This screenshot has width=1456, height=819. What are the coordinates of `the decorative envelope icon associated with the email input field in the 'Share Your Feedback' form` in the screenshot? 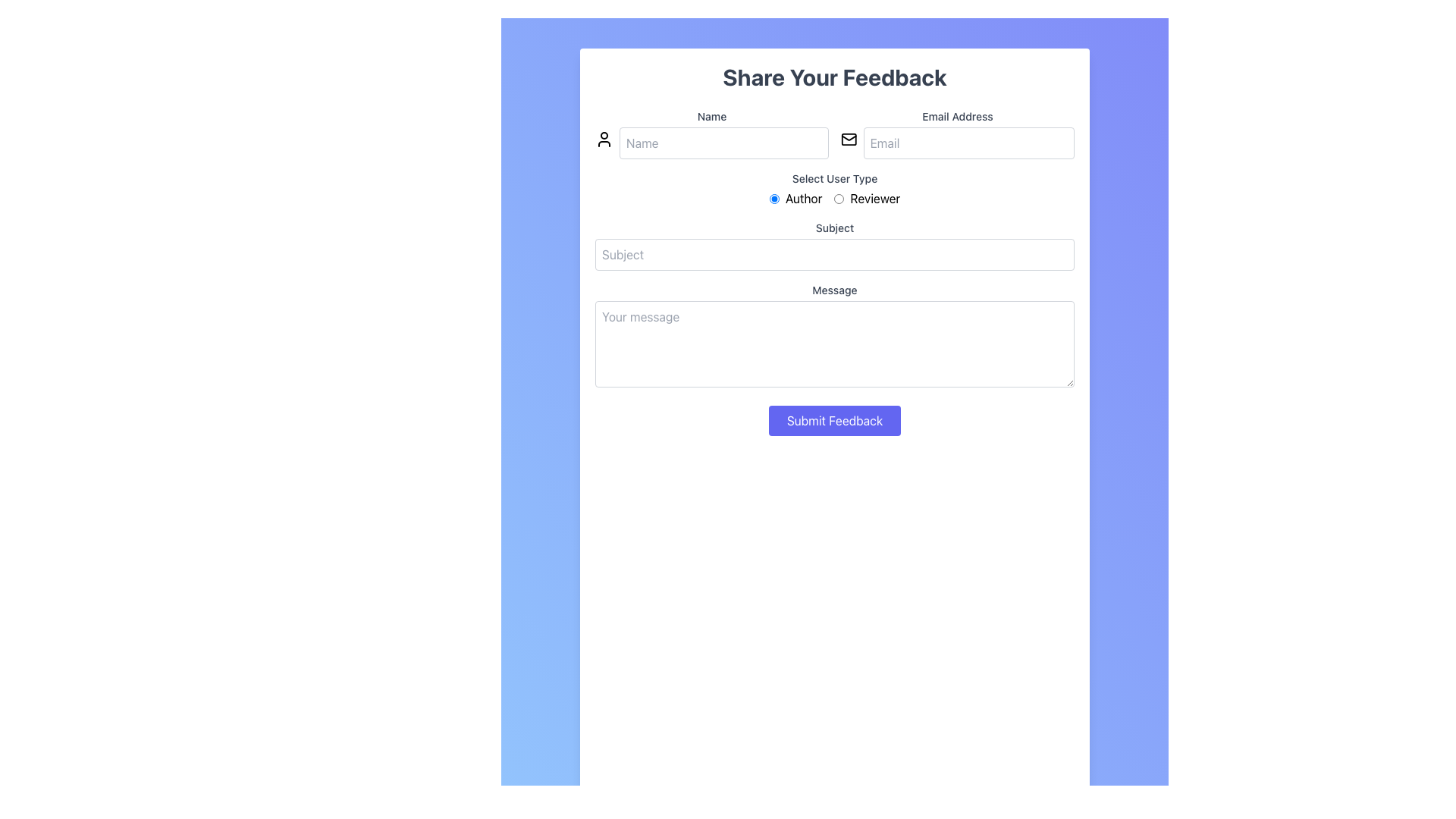 It's located at (848, 138).